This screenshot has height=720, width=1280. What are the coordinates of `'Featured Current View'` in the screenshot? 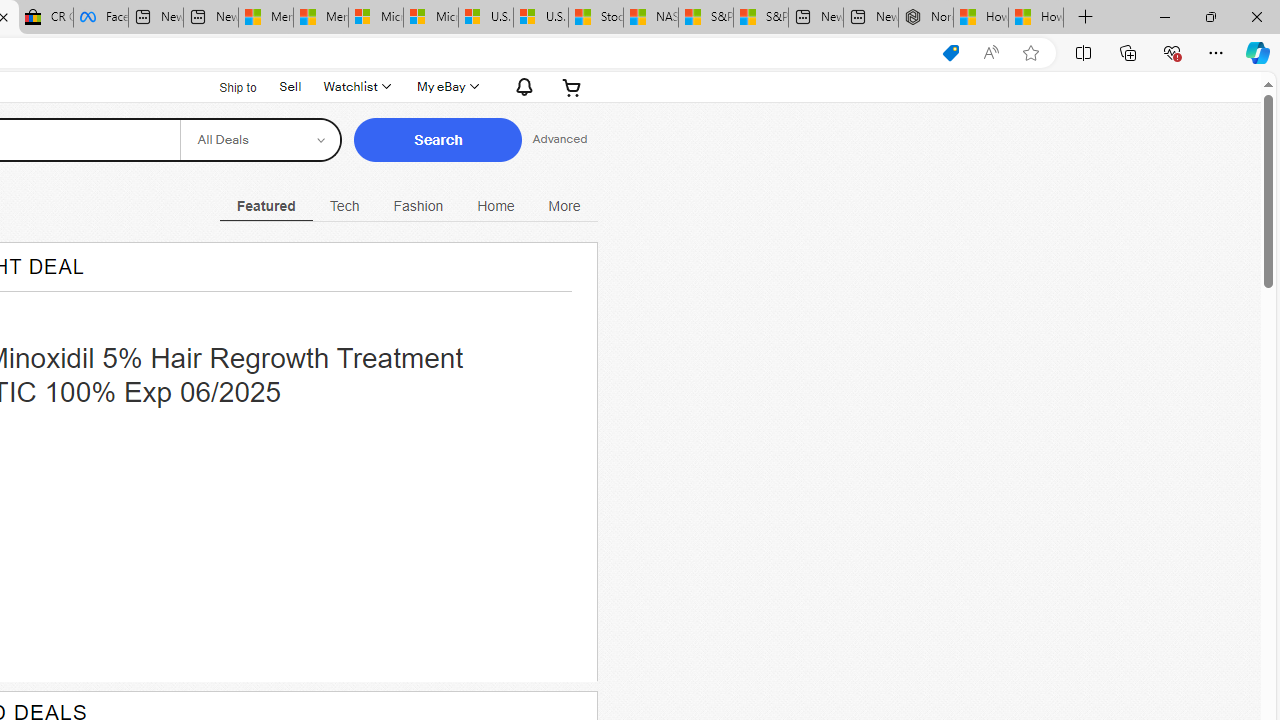 It's located at (265, 205).